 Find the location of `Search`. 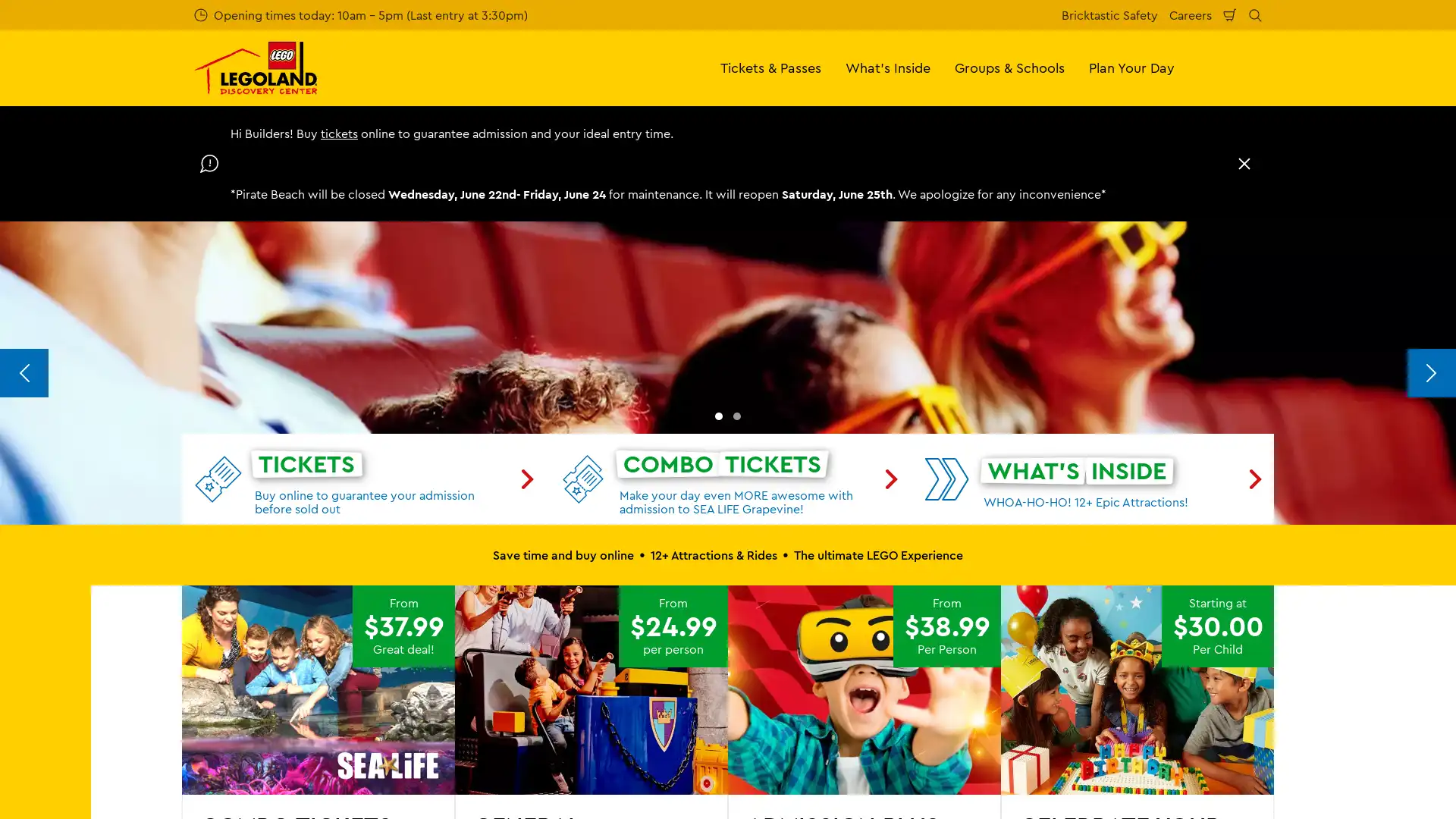

Search is located at coordinates (1255, 14).